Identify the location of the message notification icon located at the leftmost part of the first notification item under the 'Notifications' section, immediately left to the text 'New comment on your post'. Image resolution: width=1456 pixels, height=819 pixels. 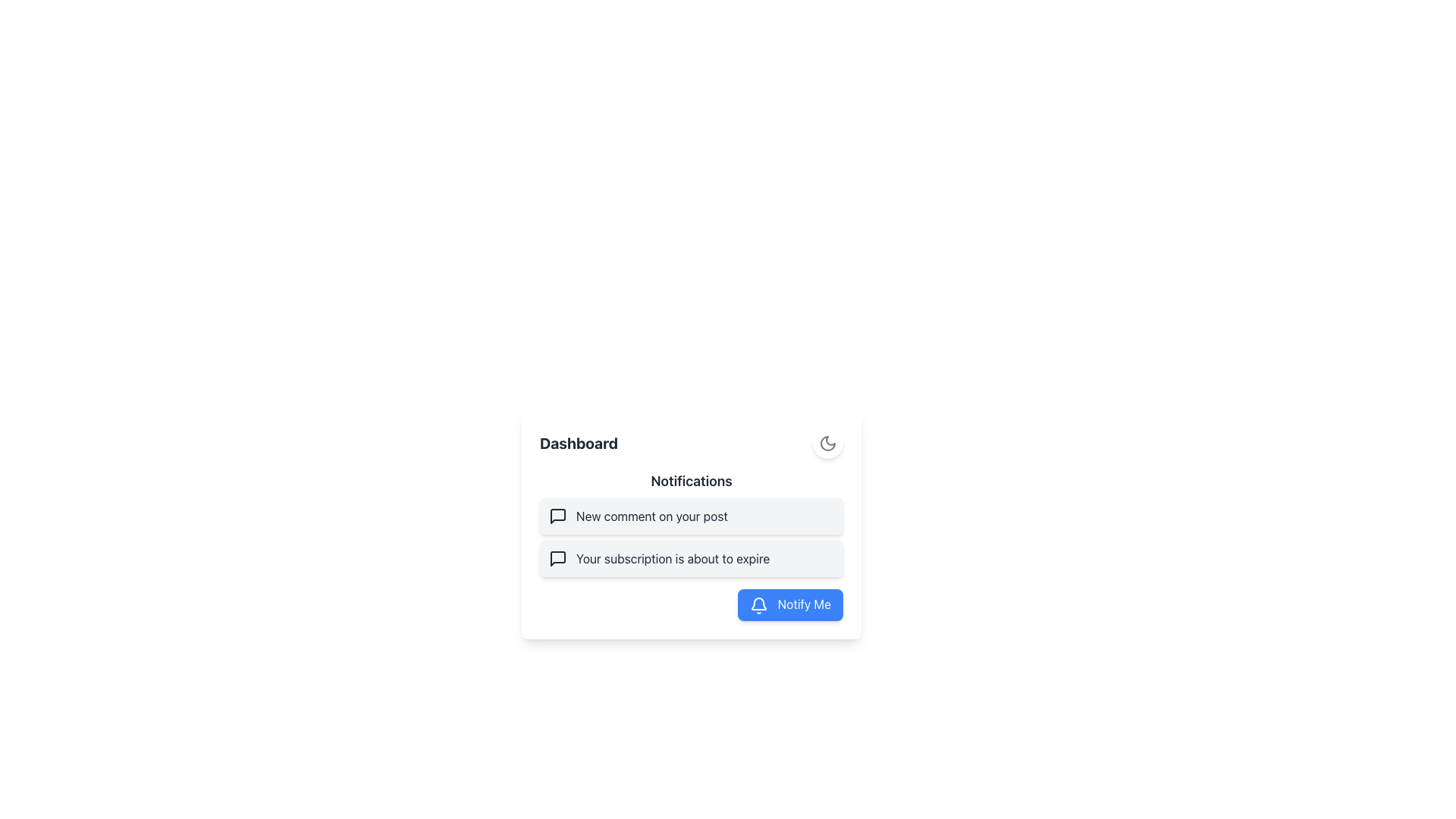
(557, 516).